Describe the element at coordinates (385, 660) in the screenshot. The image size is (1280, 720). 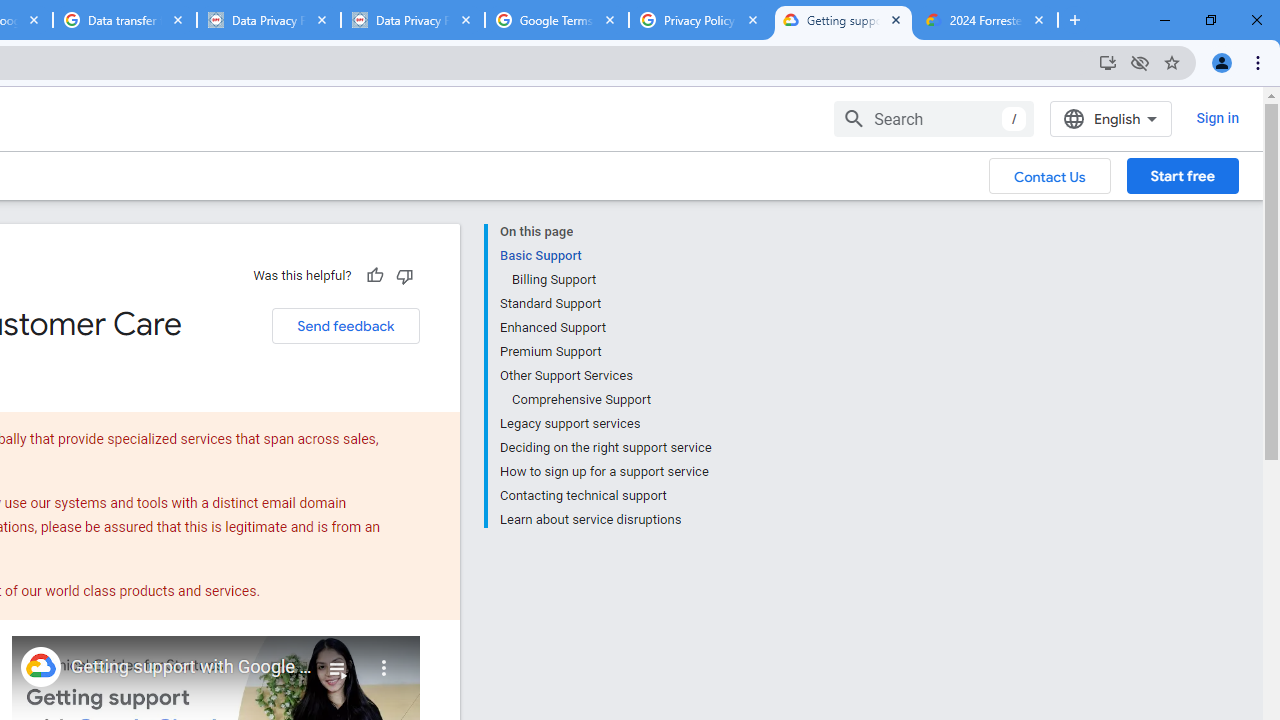
I see `'More'` at that location.